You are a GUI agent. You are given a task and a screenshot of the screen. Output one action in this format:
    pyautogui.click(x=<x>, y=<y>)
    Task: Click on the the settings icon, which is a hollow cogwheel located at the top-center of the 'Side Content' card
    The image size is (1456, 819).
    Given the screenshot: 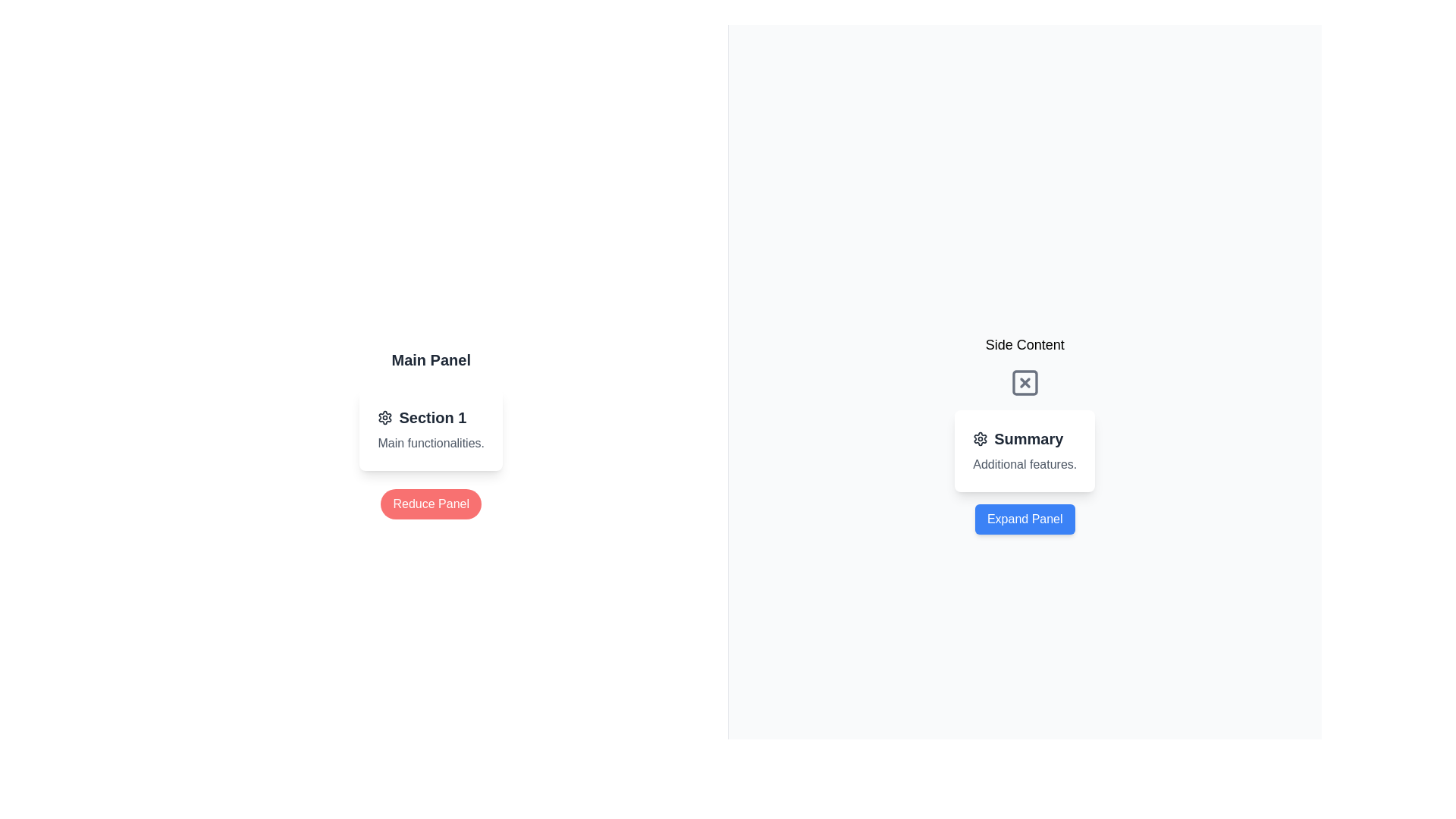 What is the action you would take?
    pyautogui.click(x=385, y=418)
    